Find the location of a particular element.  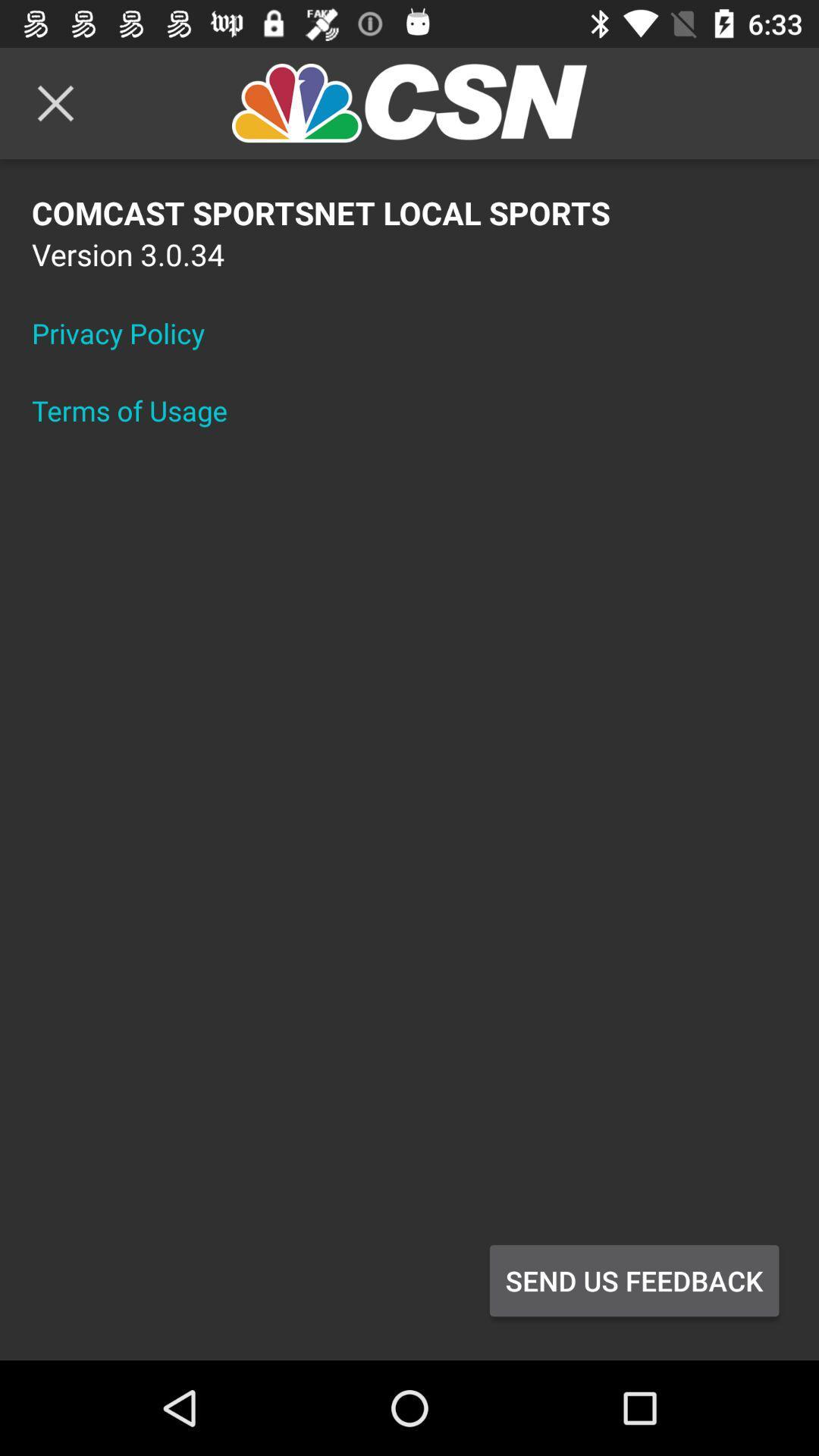

the send us feedback is located at coordinates (634, 1280).